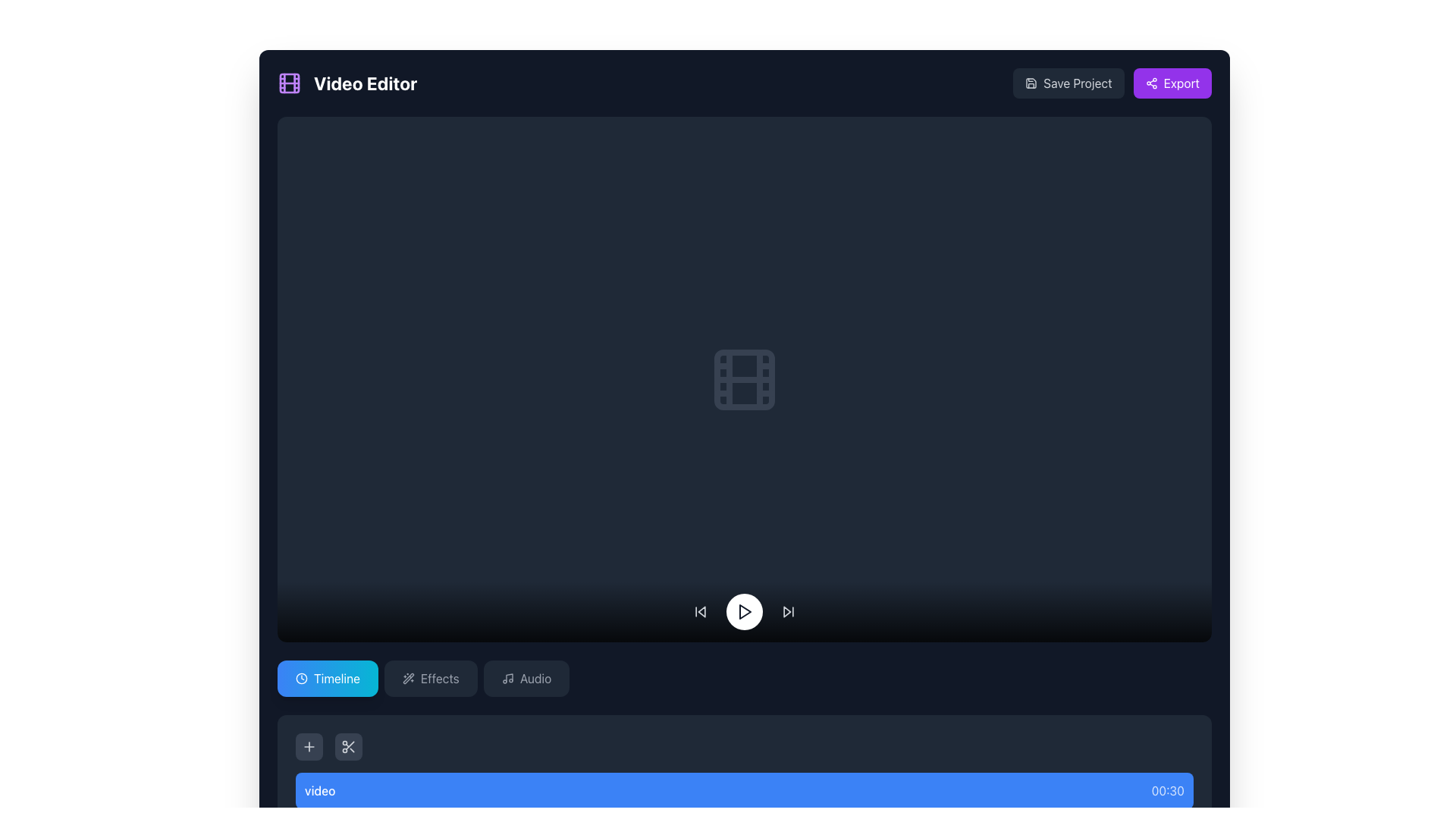  Describe the element at coordinates (509, 677) in the screenshot. I see `the vertical line portion of the musical note in the 'music' icon located on the bottom interface bar` at that location.